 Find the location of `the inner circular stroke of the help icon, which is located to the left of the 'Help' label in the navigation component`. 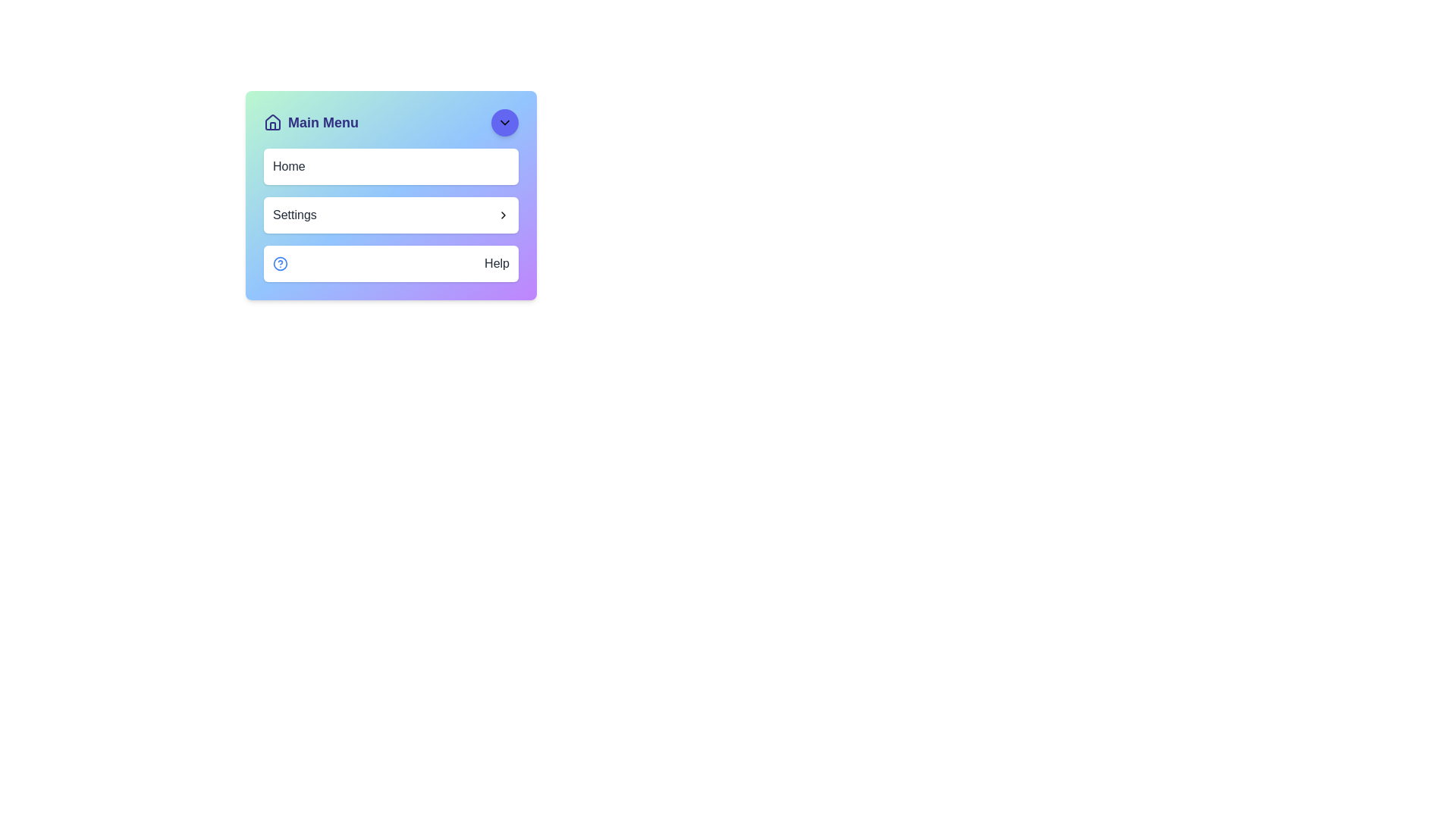

the inner circular stroke of the help icon, which is located to the left of the 'Help' label in the navigation component is located at coordinates (280, 262).